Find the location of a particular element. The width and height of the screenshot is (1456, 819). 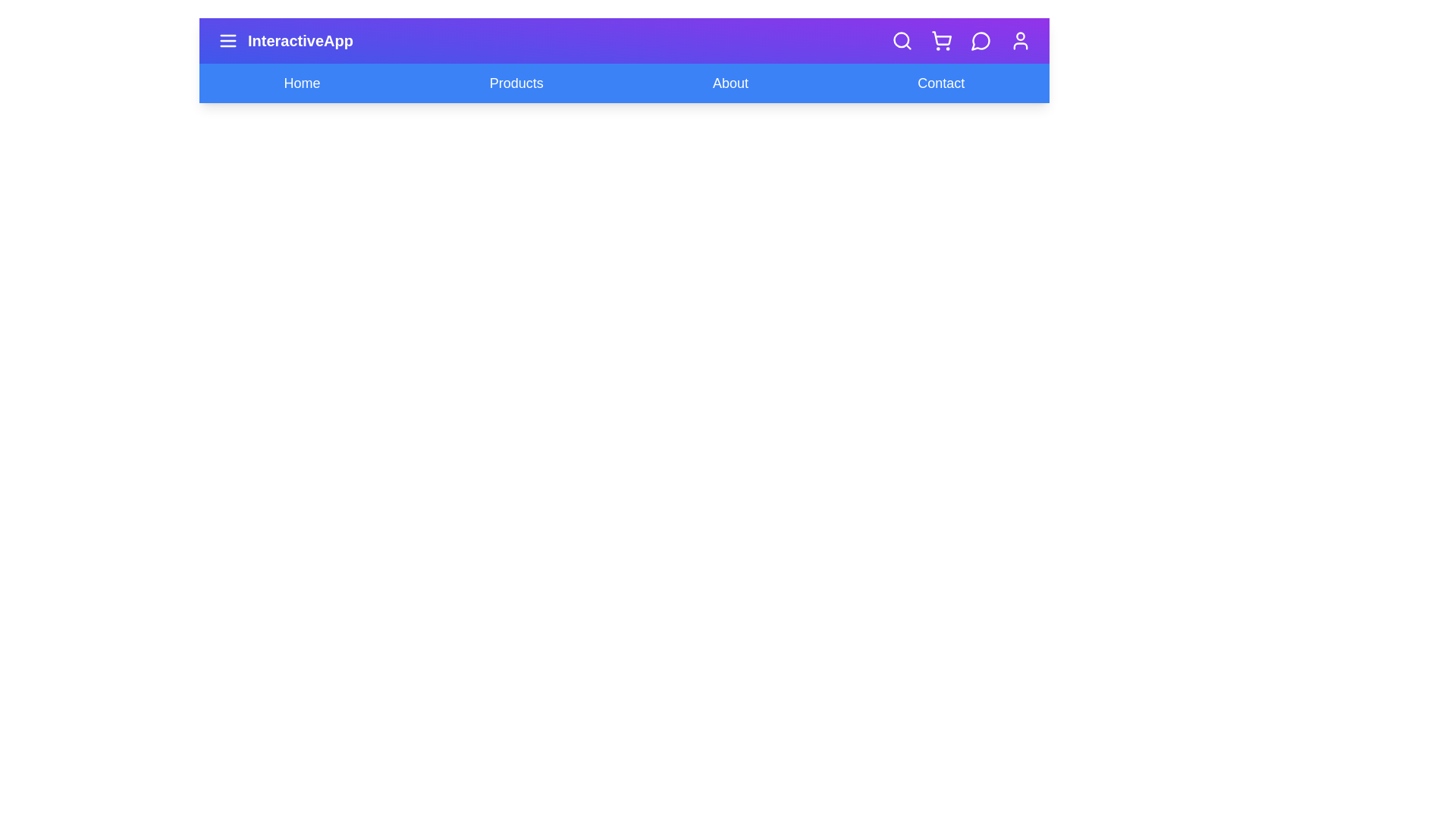

the specified icon button: user is located at coordinates (1020, 40).